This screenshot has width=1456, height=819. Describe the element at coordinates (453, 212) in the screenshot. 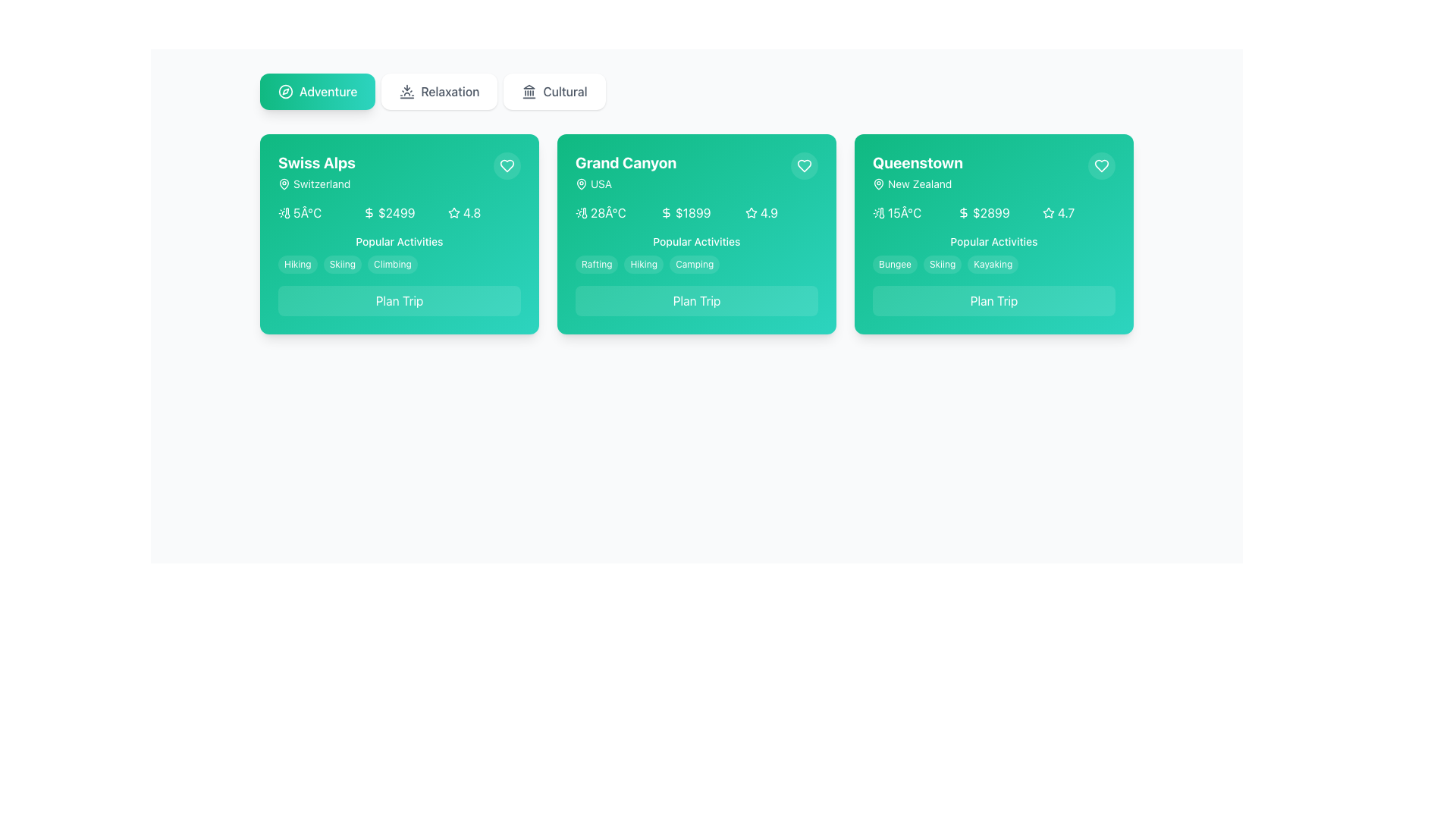

I see `the star-shaped icon representing the rating for 'Swiss Alps' to interact with the rating system` at that location.